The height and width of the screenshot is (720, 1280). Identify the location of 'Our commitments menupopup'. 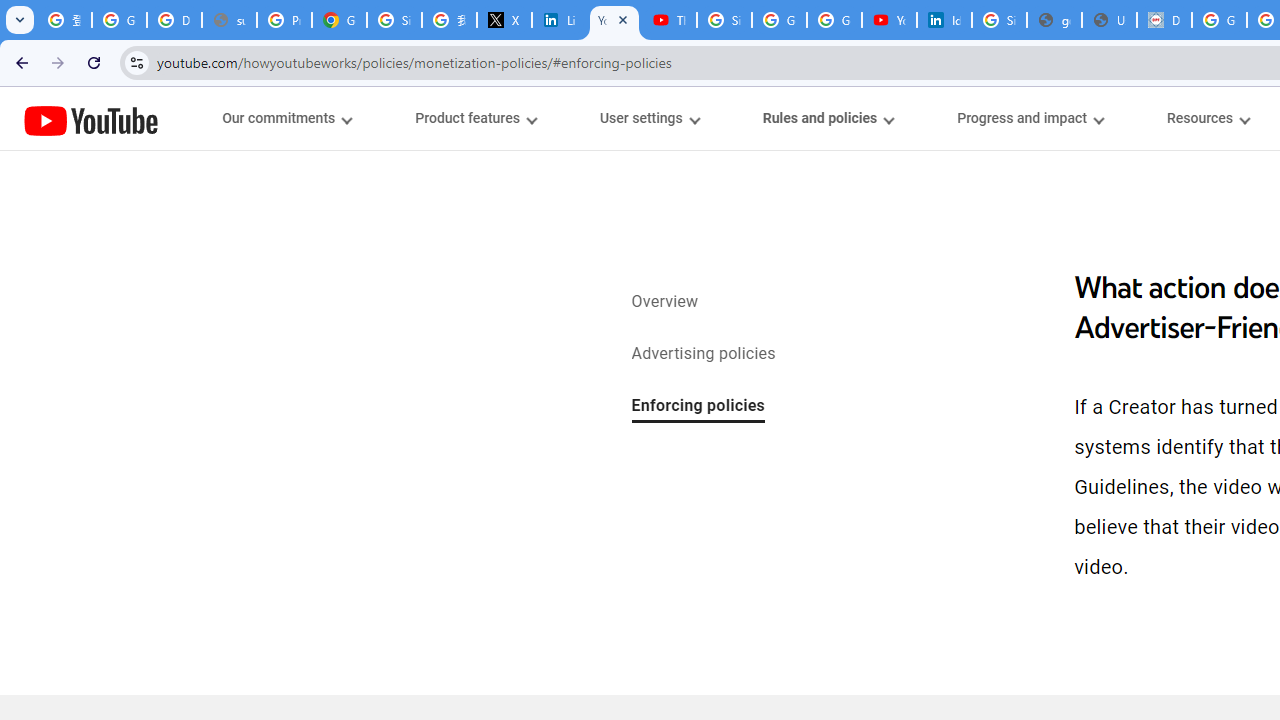
(285, 118).